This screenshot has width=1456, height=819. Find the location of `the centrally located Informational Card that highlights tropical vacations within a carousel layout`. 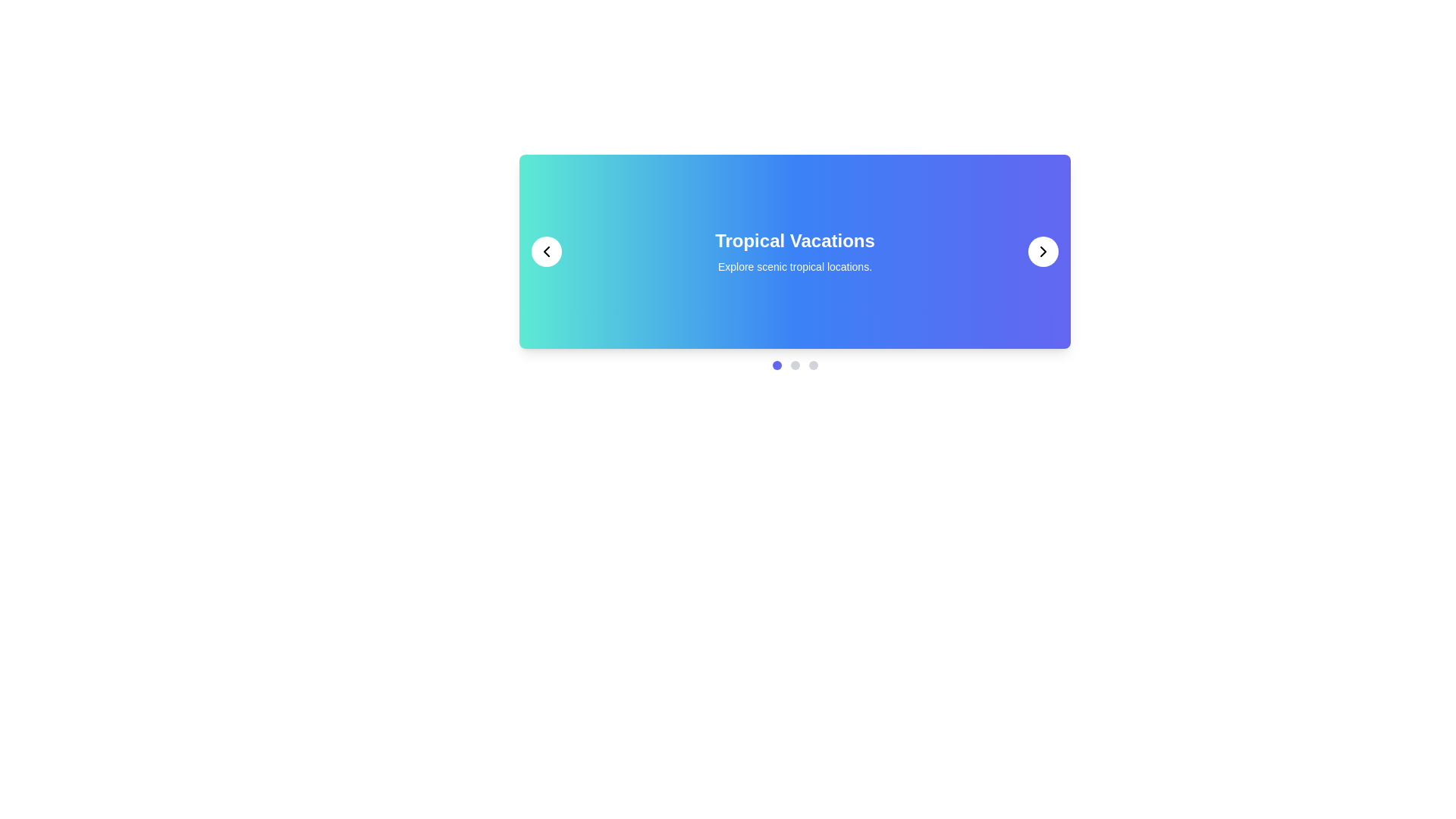

the centrally located Informational Card that highlights tropical vacations within a carousel layout is located at coordinates (794, 250).